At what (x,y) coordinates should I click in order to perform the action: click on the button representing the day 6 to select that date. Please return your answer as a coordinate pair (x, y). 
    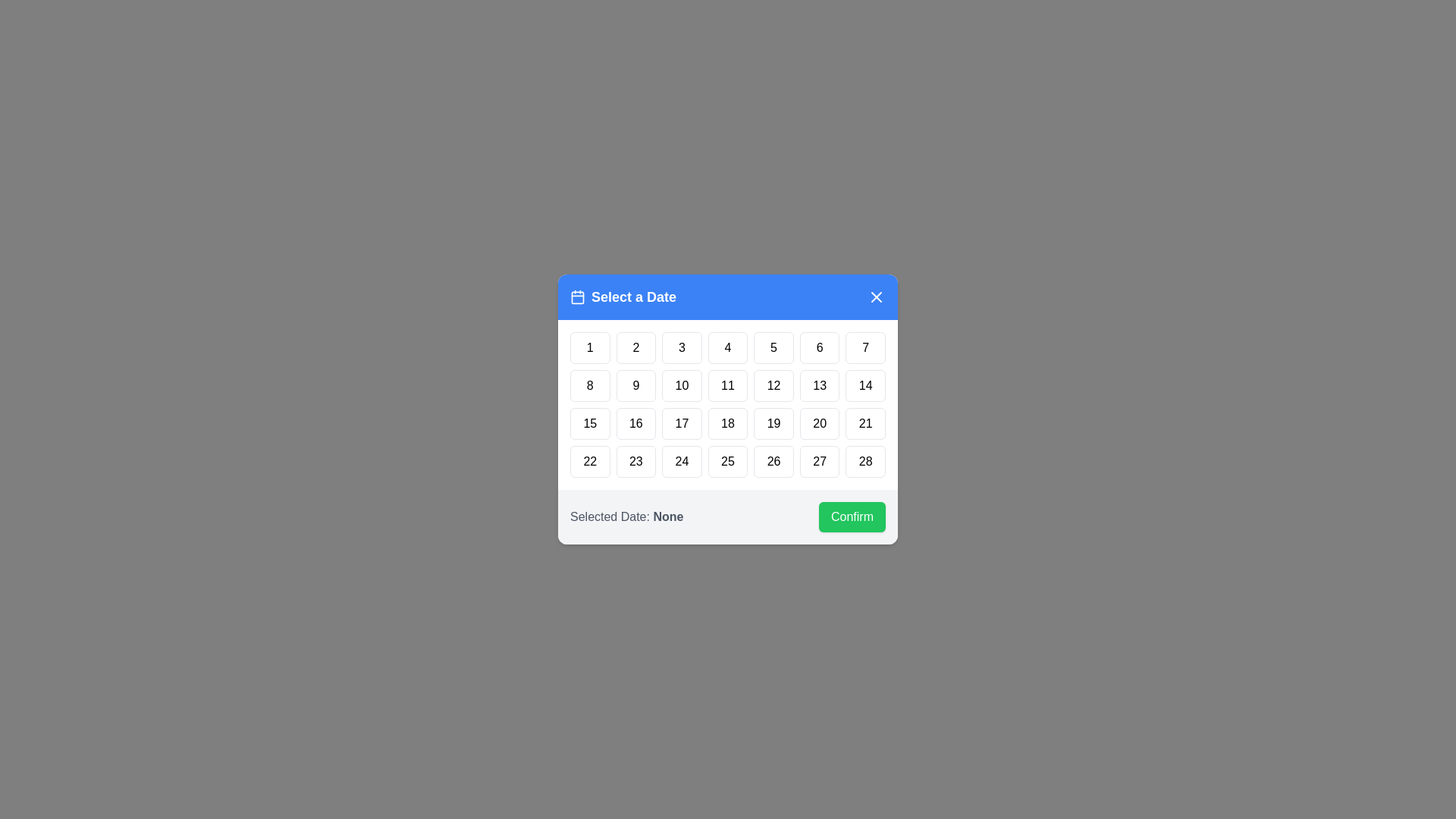
    Looking at the image, I should click on (818, 348).